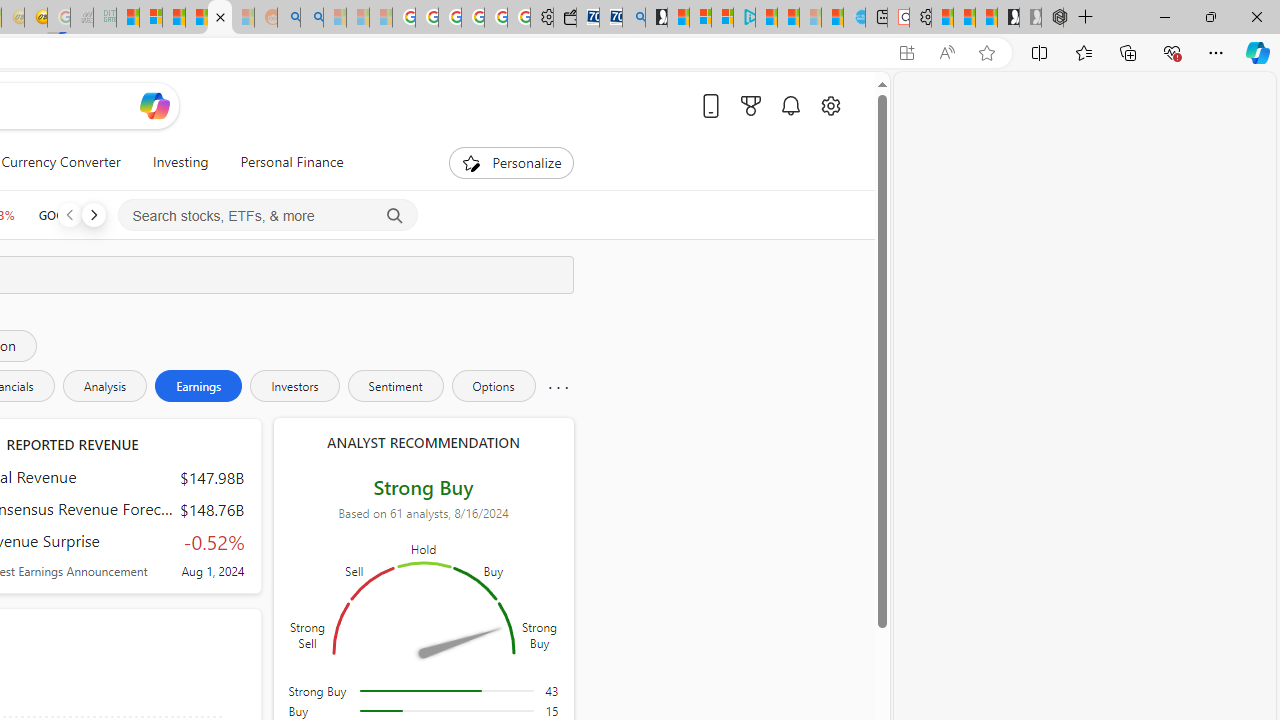 The width and height of the screenshot is (1280, 720). I want to click on 'Personalize', so click(512, 162).